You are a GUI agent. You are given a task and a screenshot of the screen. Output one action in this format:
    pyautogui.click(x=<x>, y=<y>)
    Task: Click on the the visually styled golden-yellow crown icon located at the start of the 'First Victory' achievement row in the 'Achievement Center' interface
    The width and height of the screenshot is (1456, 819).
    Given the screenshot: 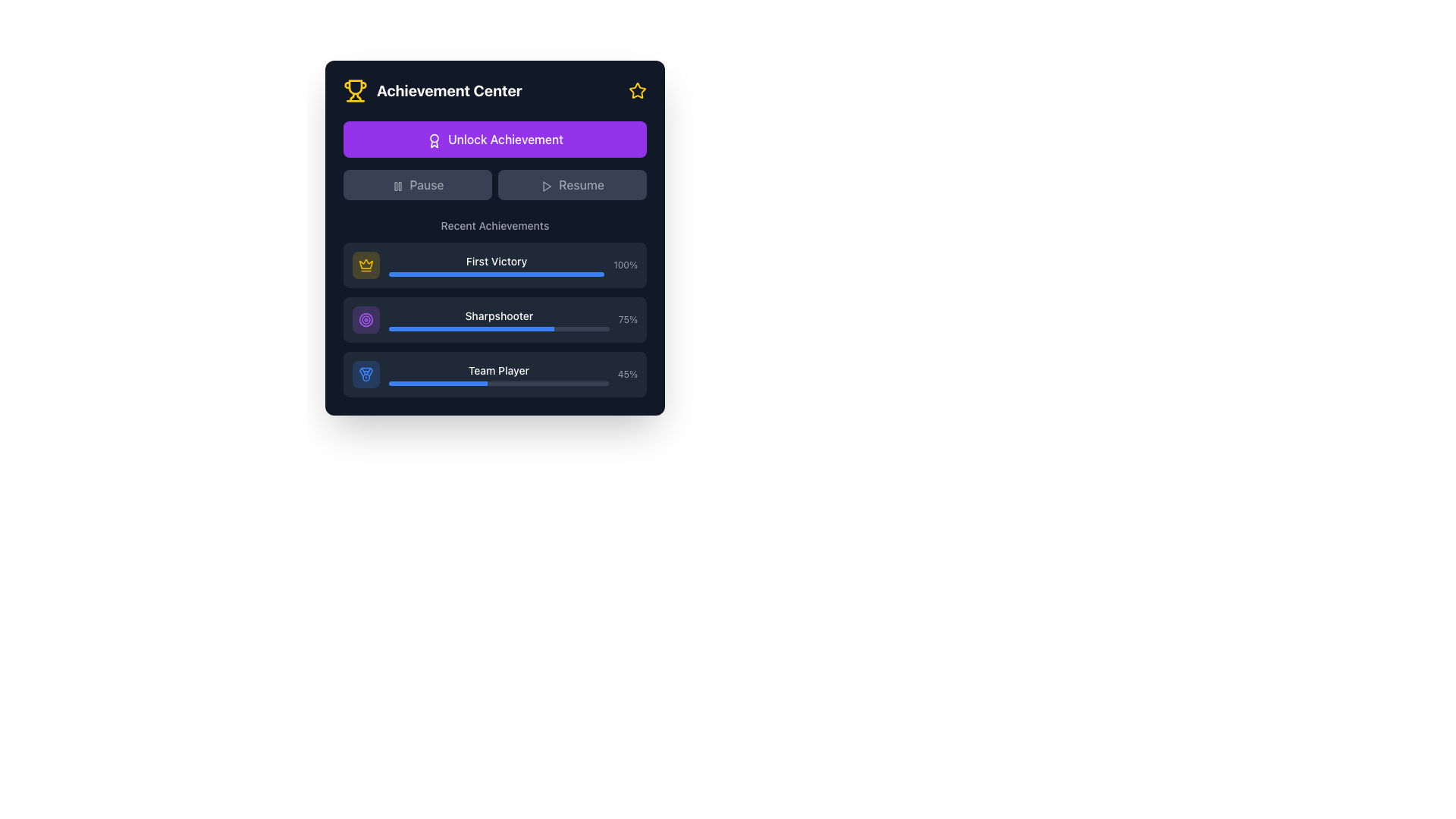 What is the action you would take?
    pyautogui.click(x=366, y=263)
    